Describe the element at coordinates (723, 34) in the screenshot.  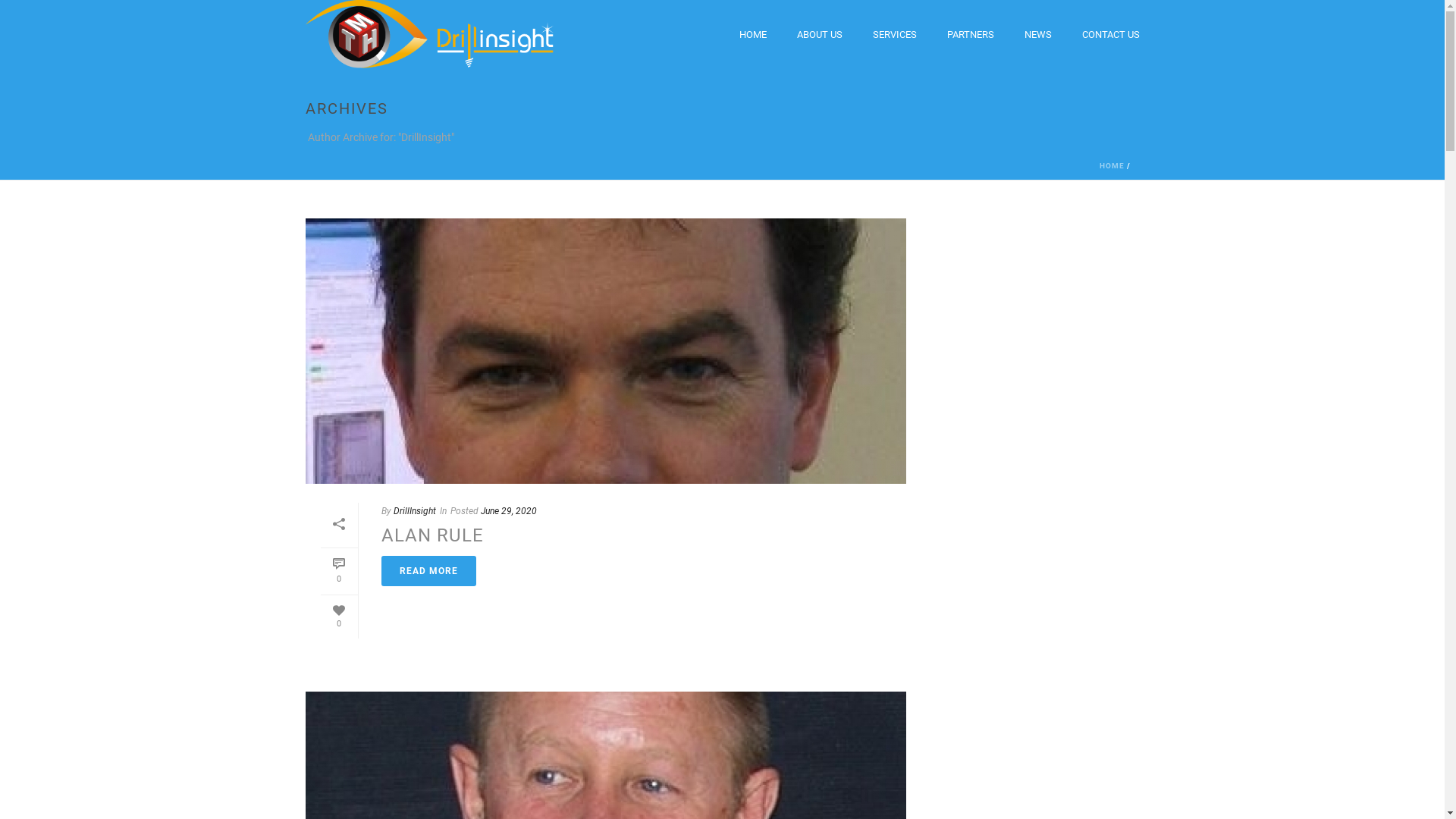
I see `'HOME'` at that location.